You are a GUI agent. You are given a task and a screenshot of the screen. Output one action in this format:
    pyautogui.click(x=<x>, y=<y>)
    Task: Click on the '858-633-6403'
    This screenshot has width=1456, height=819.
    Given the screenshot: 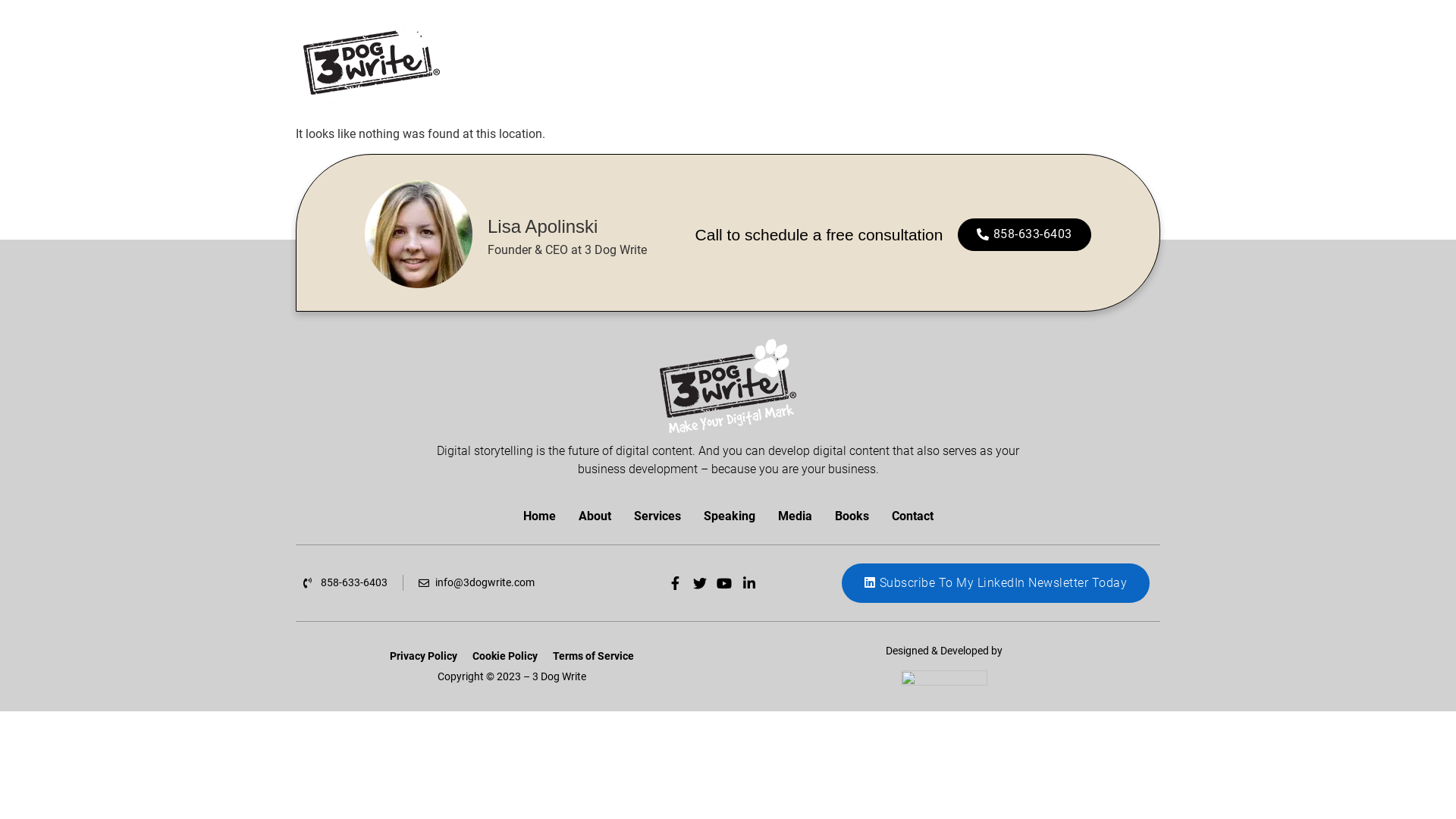 What is the action you would take?
    pyautogui.click(x=1024, y=234)
    